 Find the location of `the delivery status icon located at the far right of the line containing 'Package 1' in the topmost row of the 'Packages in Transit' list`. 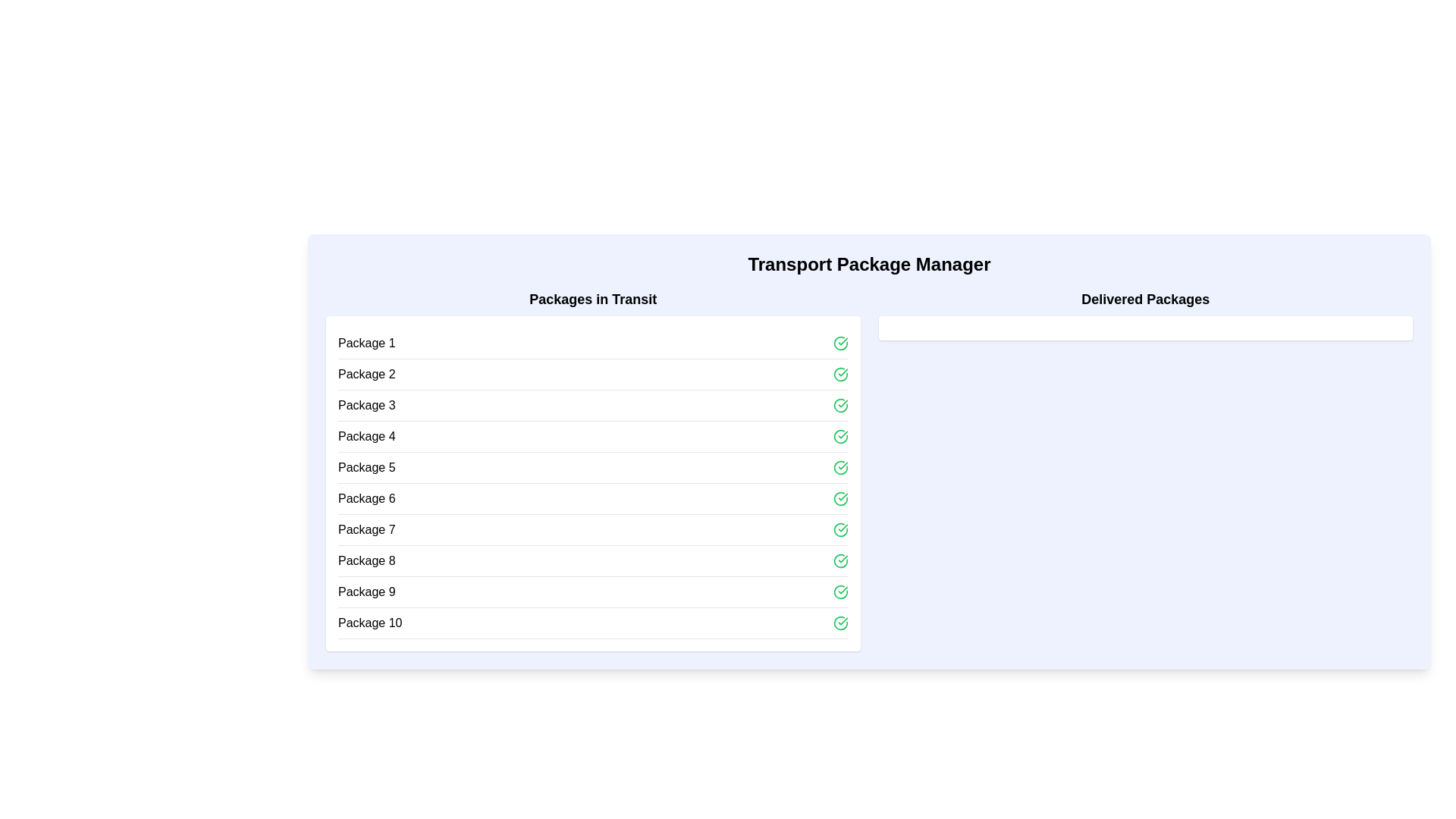

the delivery status icon located at the far right of the line containing 'Package 1' in the topmost row of the 'Packages in Transit' list is located at coordinates (839, 343).